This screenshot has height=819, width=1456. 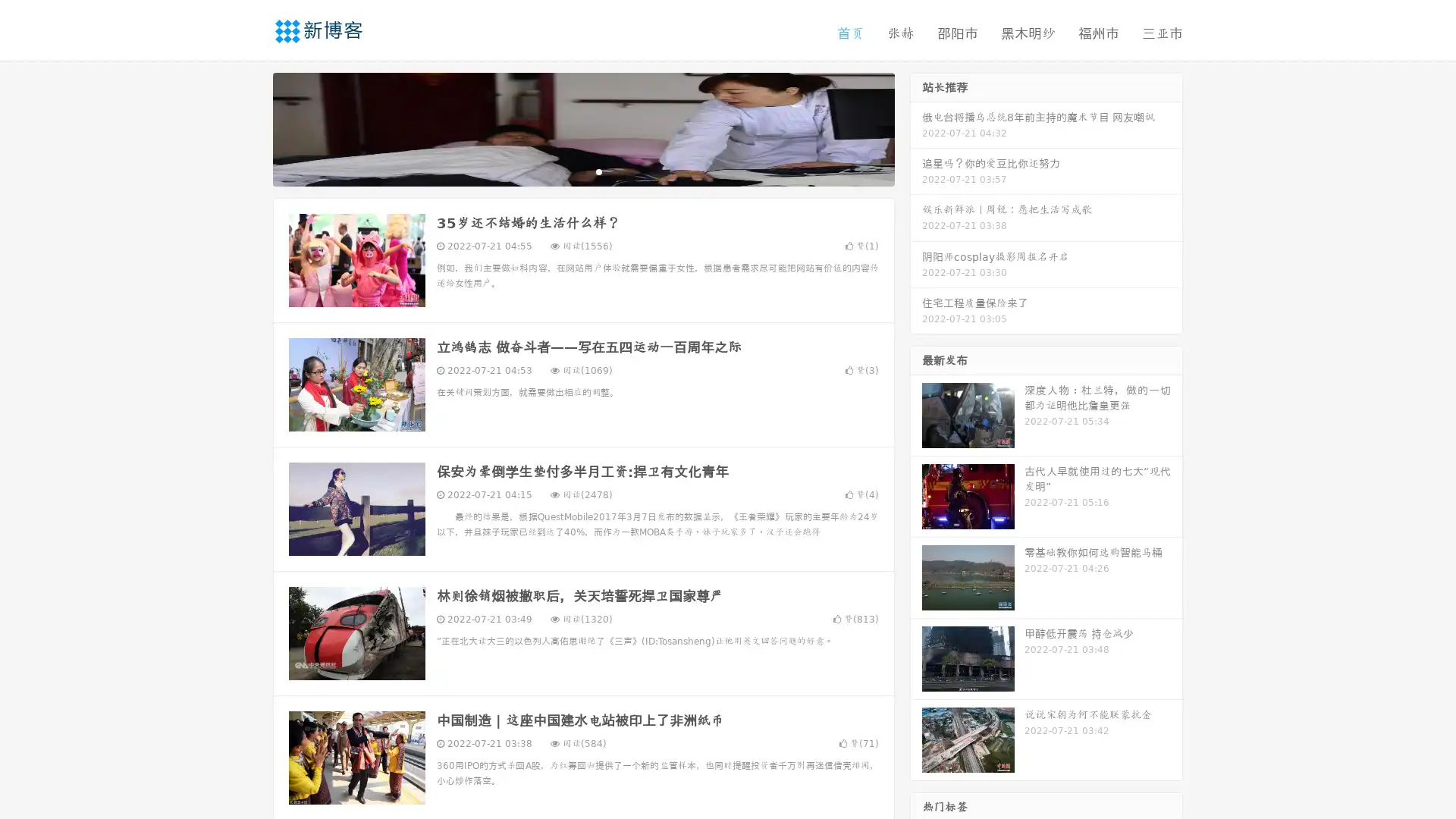 I want to click on Go to slide 3, so click(x=598, y=171).